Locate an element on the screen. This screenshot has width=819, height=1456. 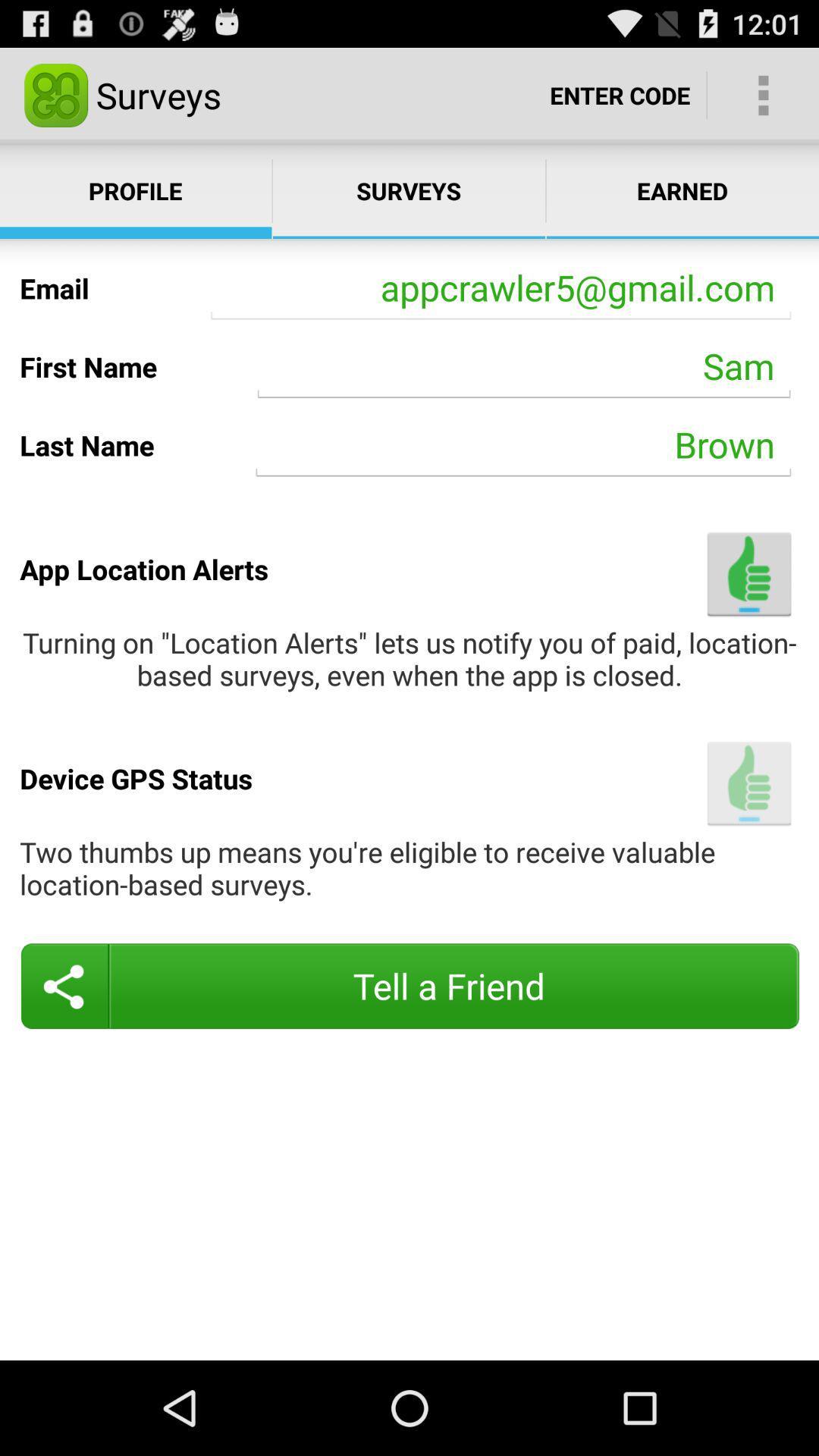
the item to the right of the email icon is located at coordinates (500, 288).